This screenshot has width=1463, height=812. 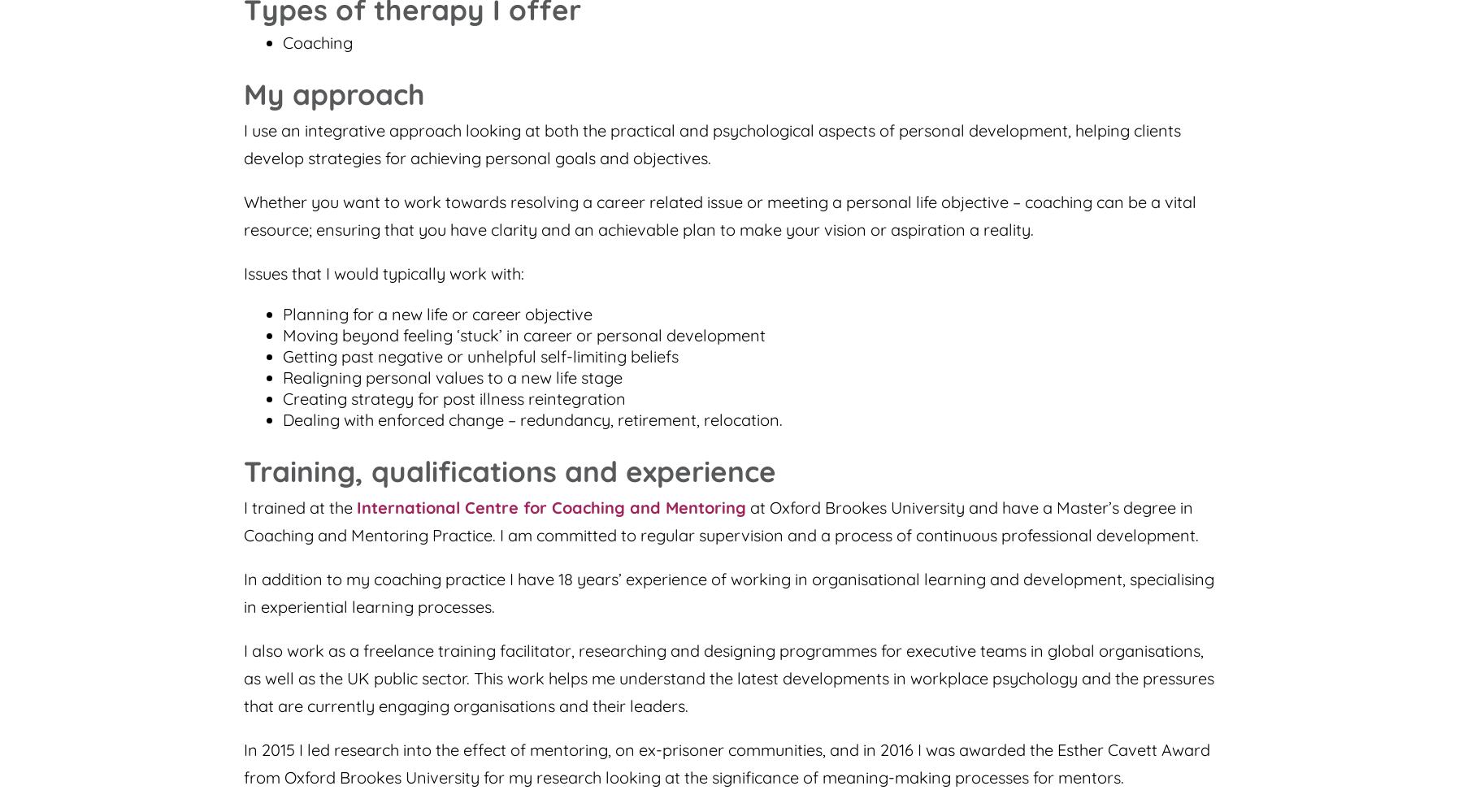 I want to click on 'In addition to my coaching practice I have 18 years’ experience of working in organisational learning and development, specialising in experiential learning processes.', so click(x=728, y=592).